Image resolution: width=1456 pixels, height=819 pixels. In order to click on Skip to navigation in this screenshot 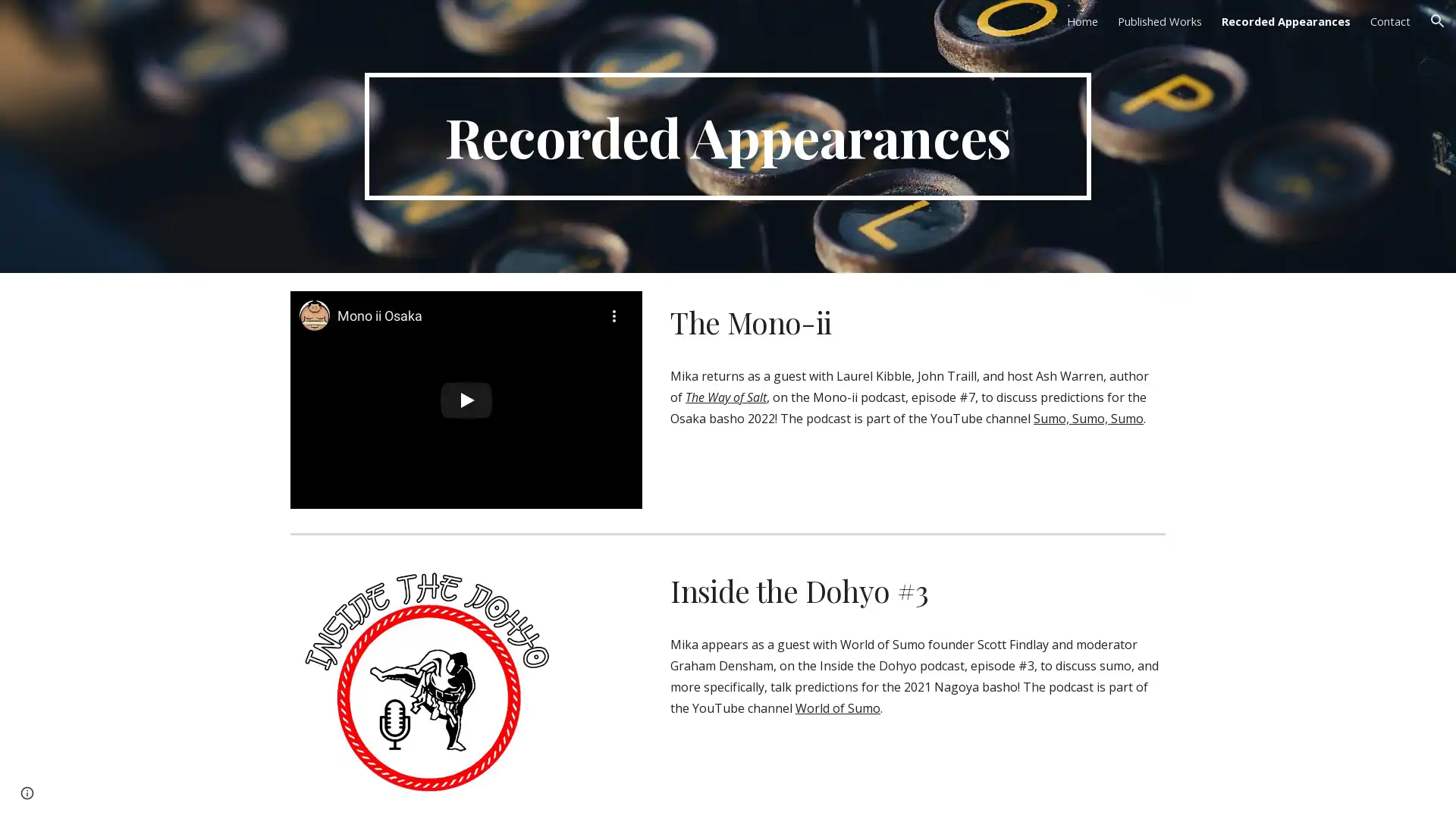, I will do `click(864, 28)`.